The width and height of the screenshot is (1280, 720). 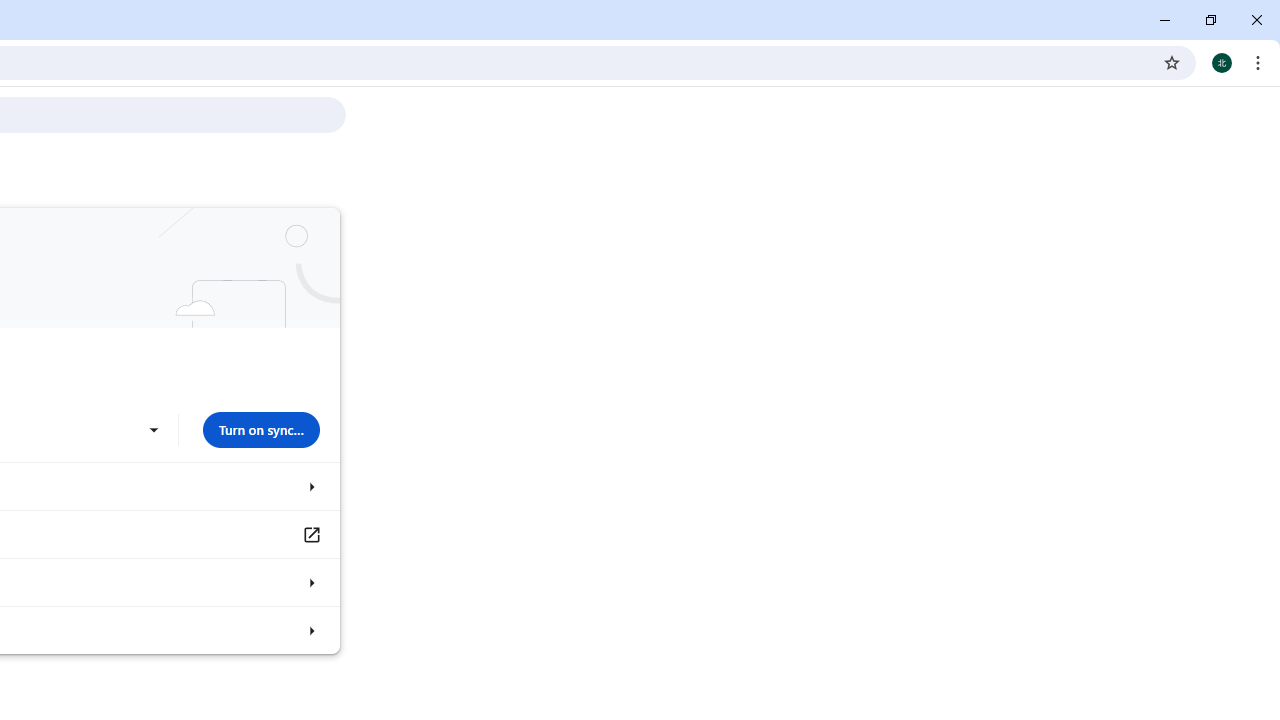 What do you see at coordinates (152, 429) in the screenshot?
I see `'Use another account'` at bounding box center [152, 429].